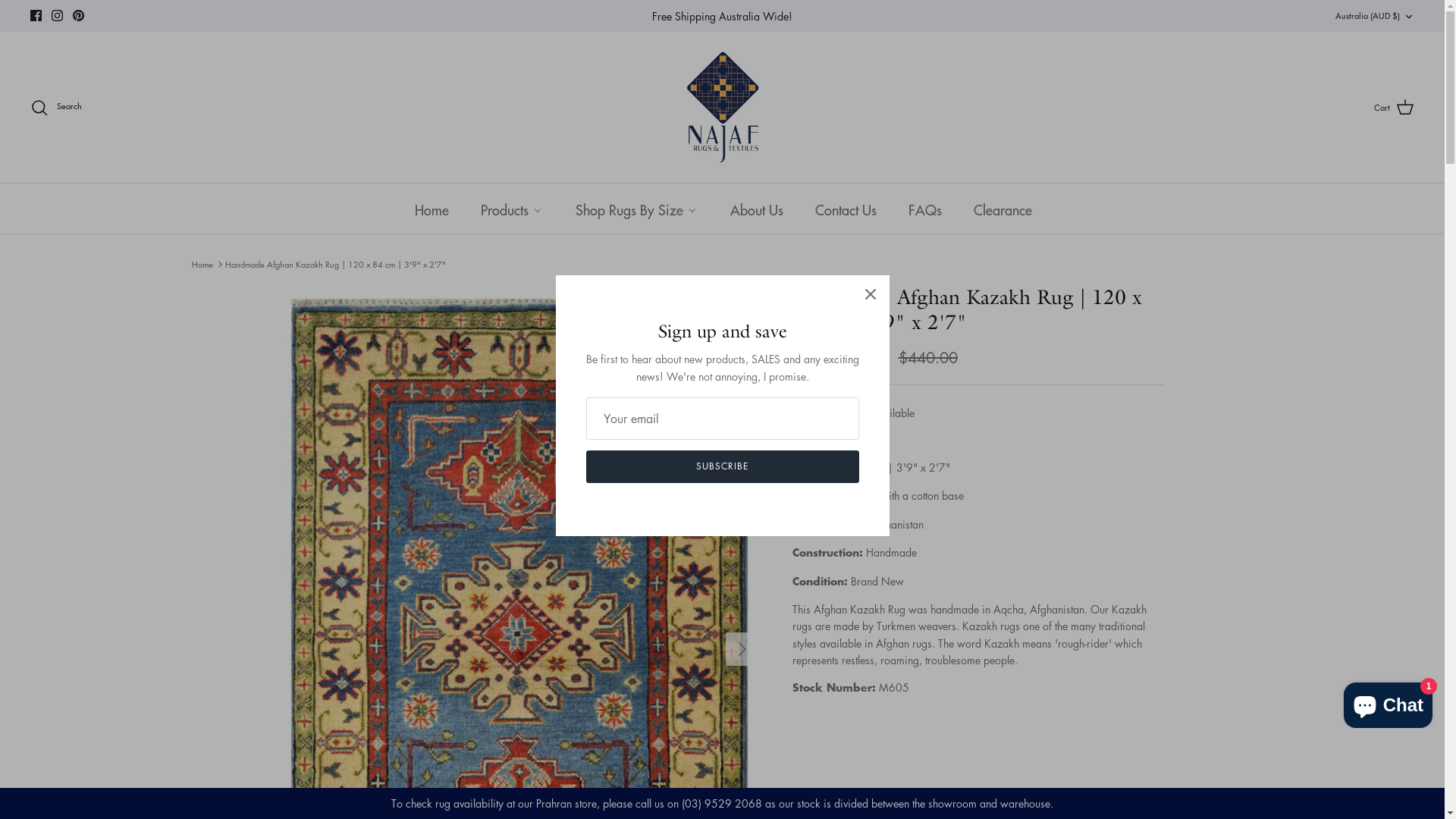 The image size is (1456, 819). What do you see at coordinates (755, 208) in the screenshot?
I see `'About Us'` at bounding box center [755, 208].